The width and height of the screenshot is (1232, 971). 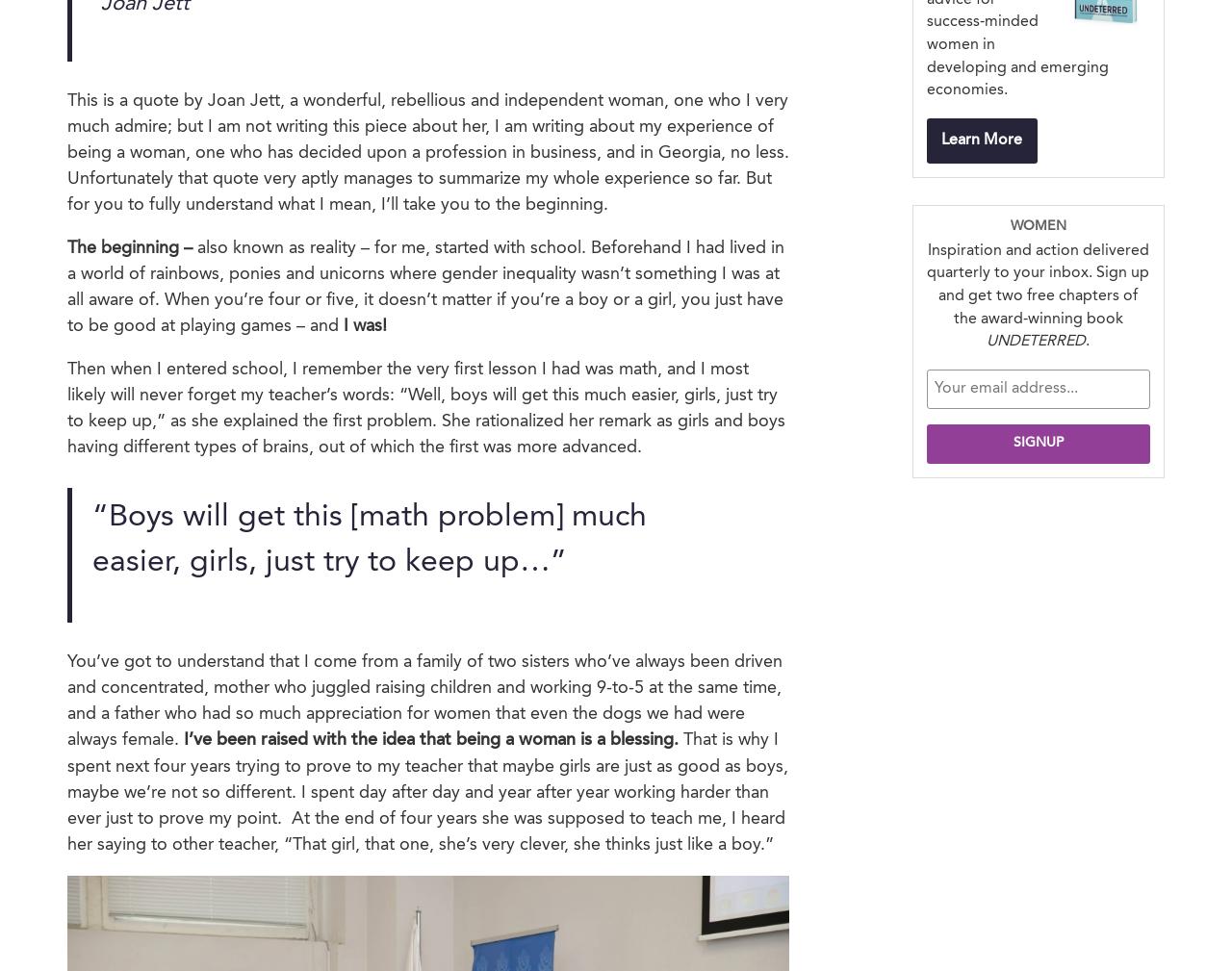 I want to click on '“Boys will get this [math problem] much easier, girls, just try to keep up…”', so click(x=370, y=538).